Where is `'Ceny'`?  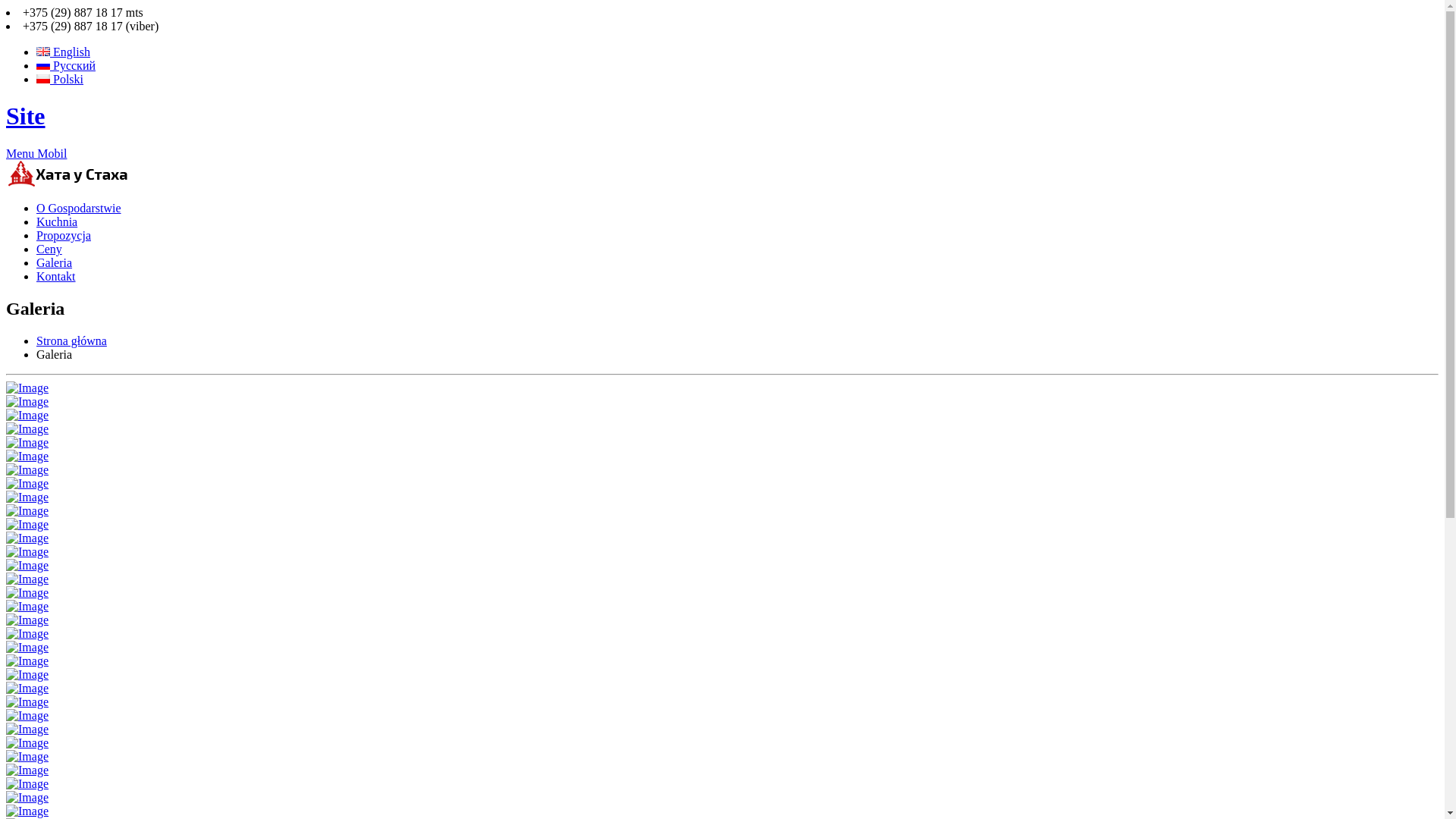 'Ceny' is located at coordinates (49, 248).